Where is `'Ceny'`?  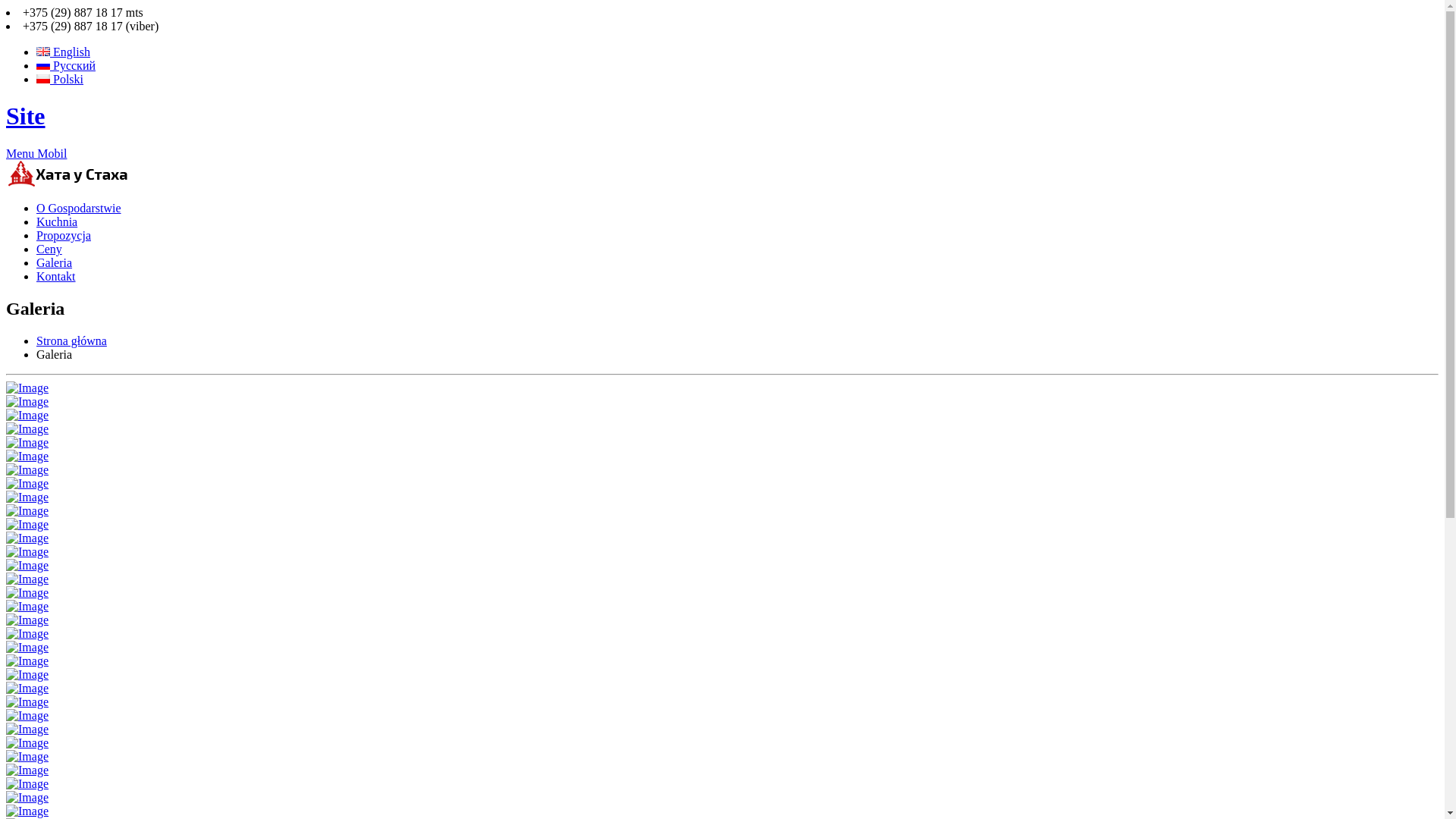 'Ceny' is located at coordinates (49, 248).